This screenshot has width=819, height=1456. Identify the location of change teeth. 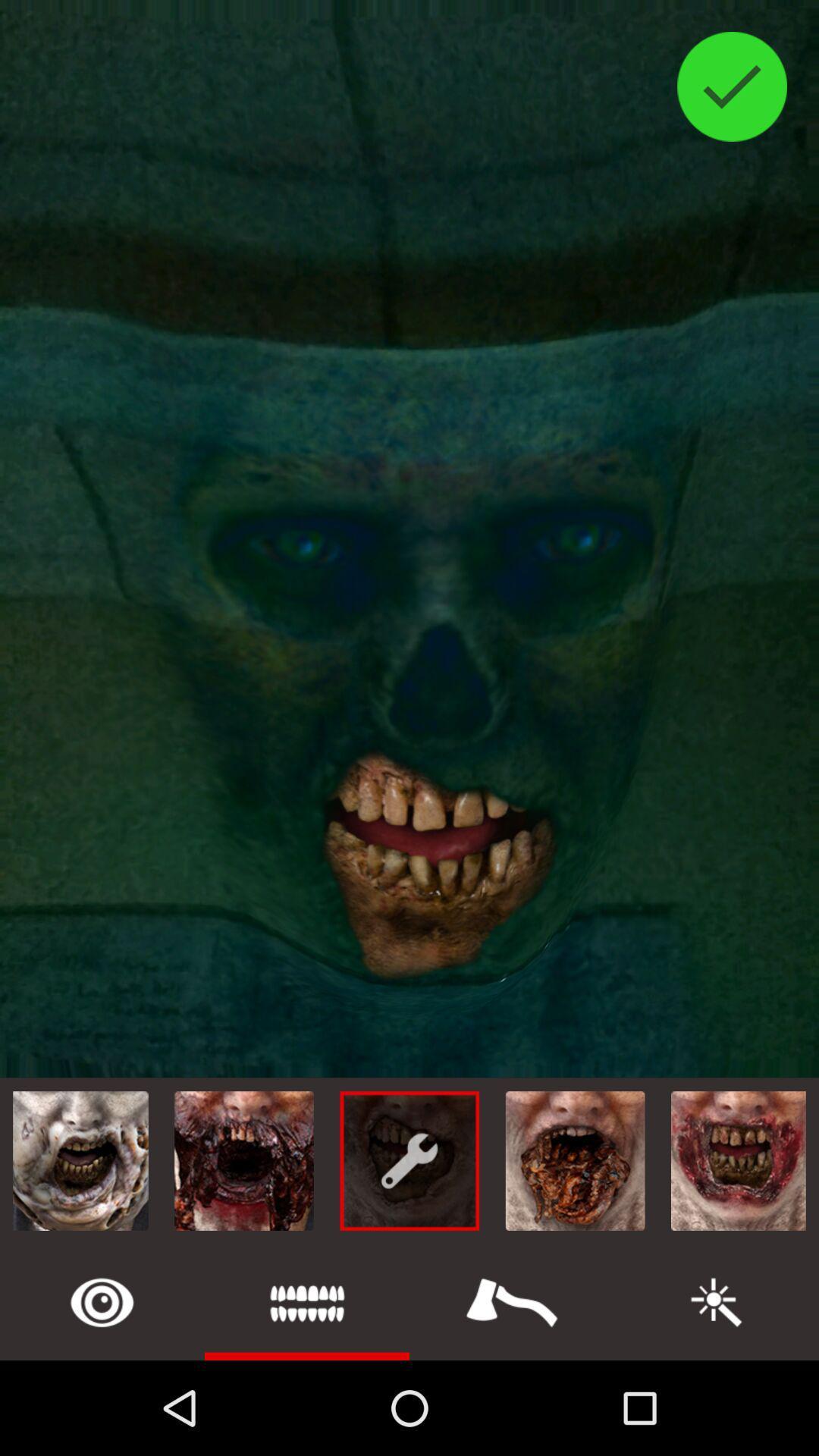
(307, 1301).